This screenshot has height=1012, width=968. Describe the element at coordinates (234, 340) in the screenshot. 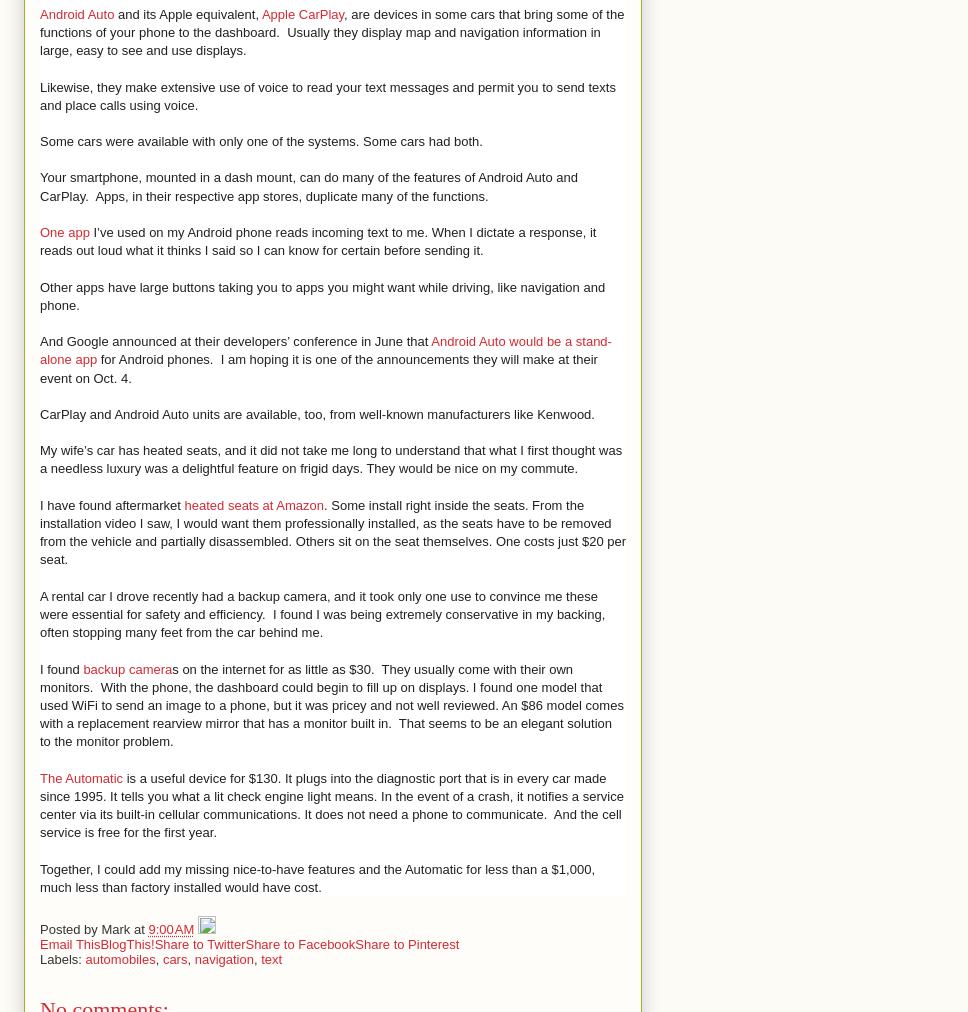

I see `'And Google announced at their developers’ conference in June that'` at that location.